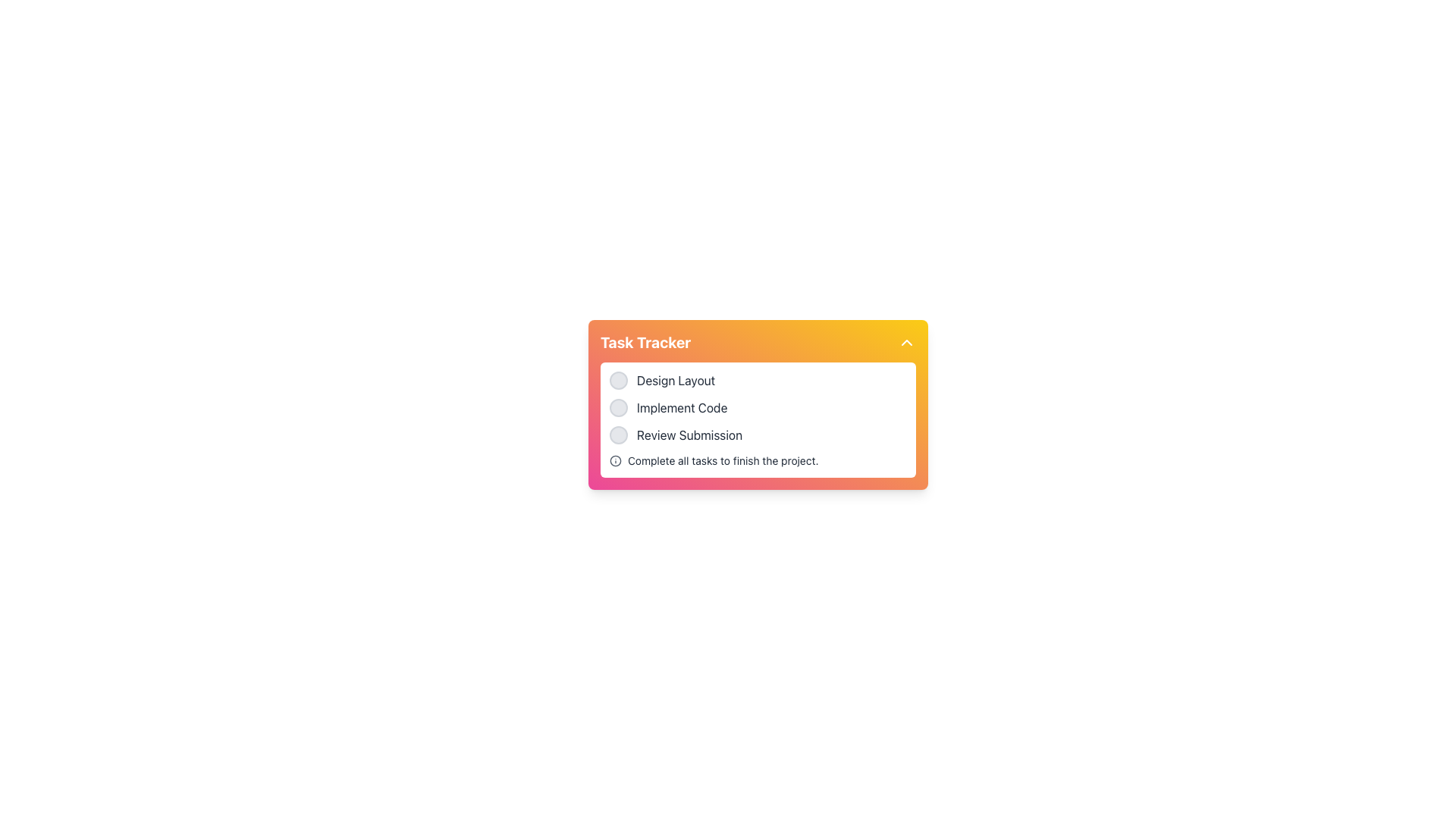 The image size is (1456, 819). What do you see at coordinates (906, 342) in the screenshot?
I see `the chevron-up button in the top-right corner of the 'Task Tracker' panel` at bounding box center [906, 342].